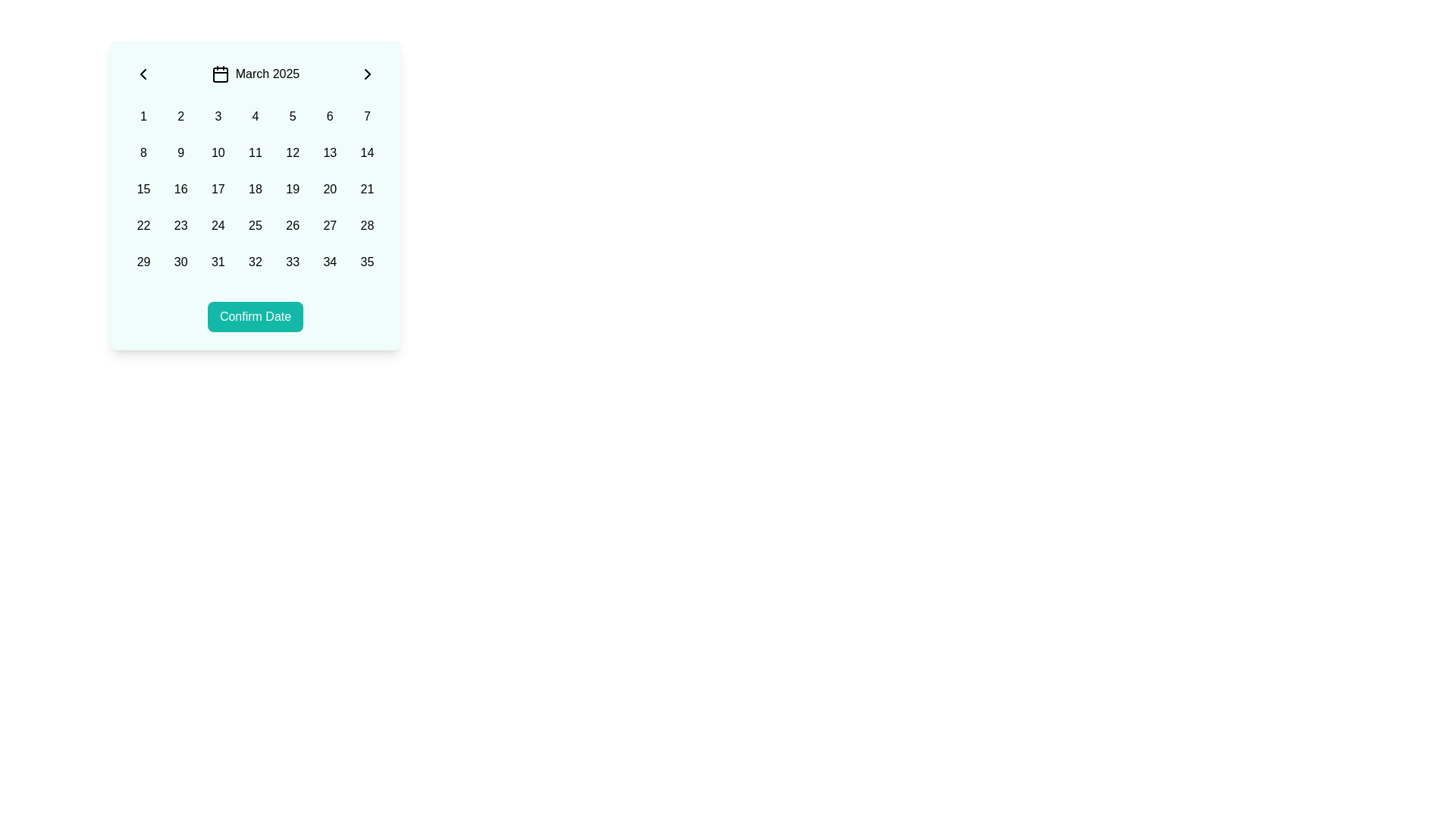 This screenshot has height=819, width=1456. What do you see at coordinates (255, 225) in the screenshot?
I see `the clickable date selection button located in the fourth row of the 7-column grid layout` at bounding box center [255, 225].